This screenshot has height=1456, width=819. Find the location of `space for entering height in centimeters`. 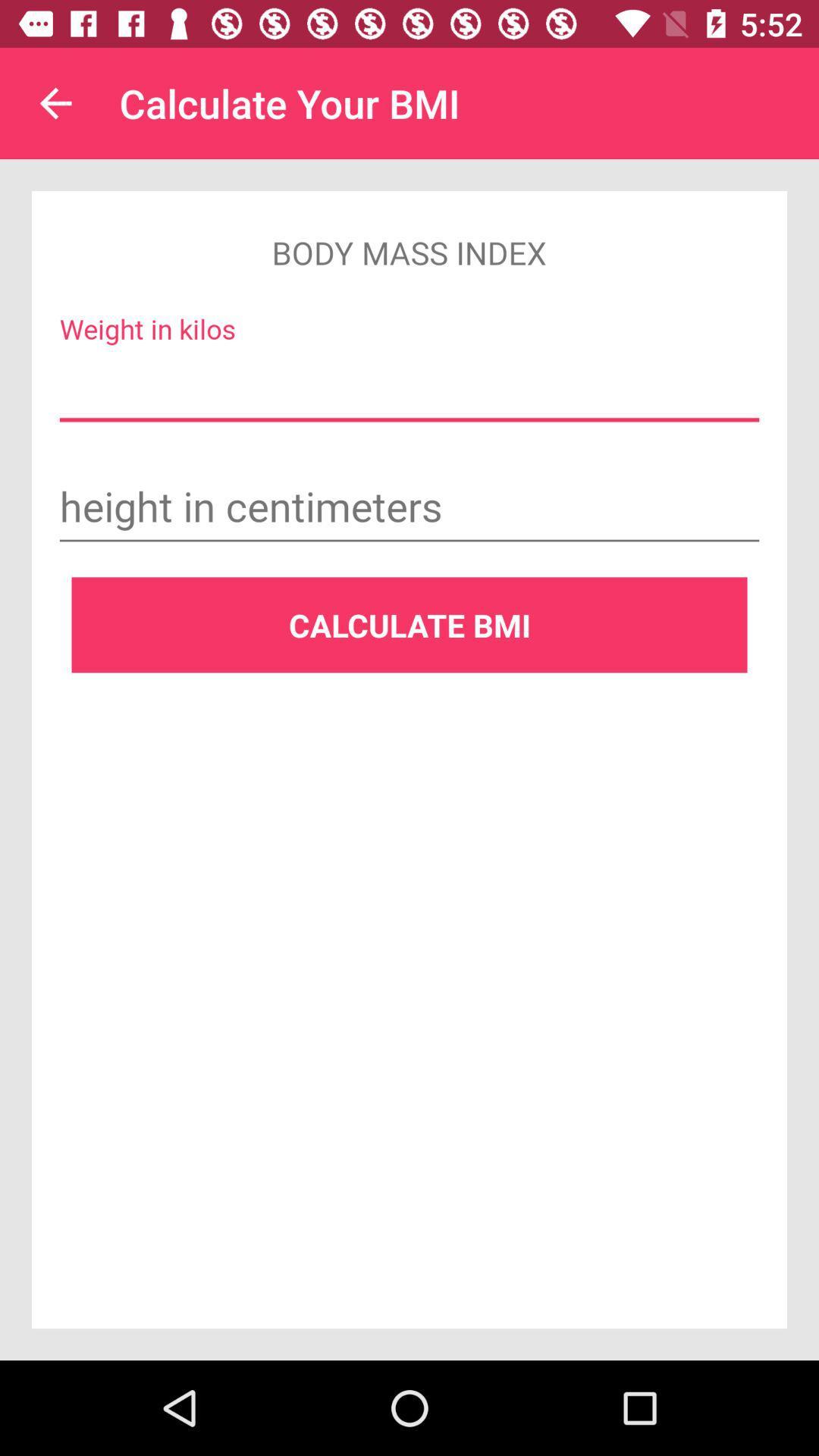

space for entering height in centimeters is located at coordinates (409, 509).